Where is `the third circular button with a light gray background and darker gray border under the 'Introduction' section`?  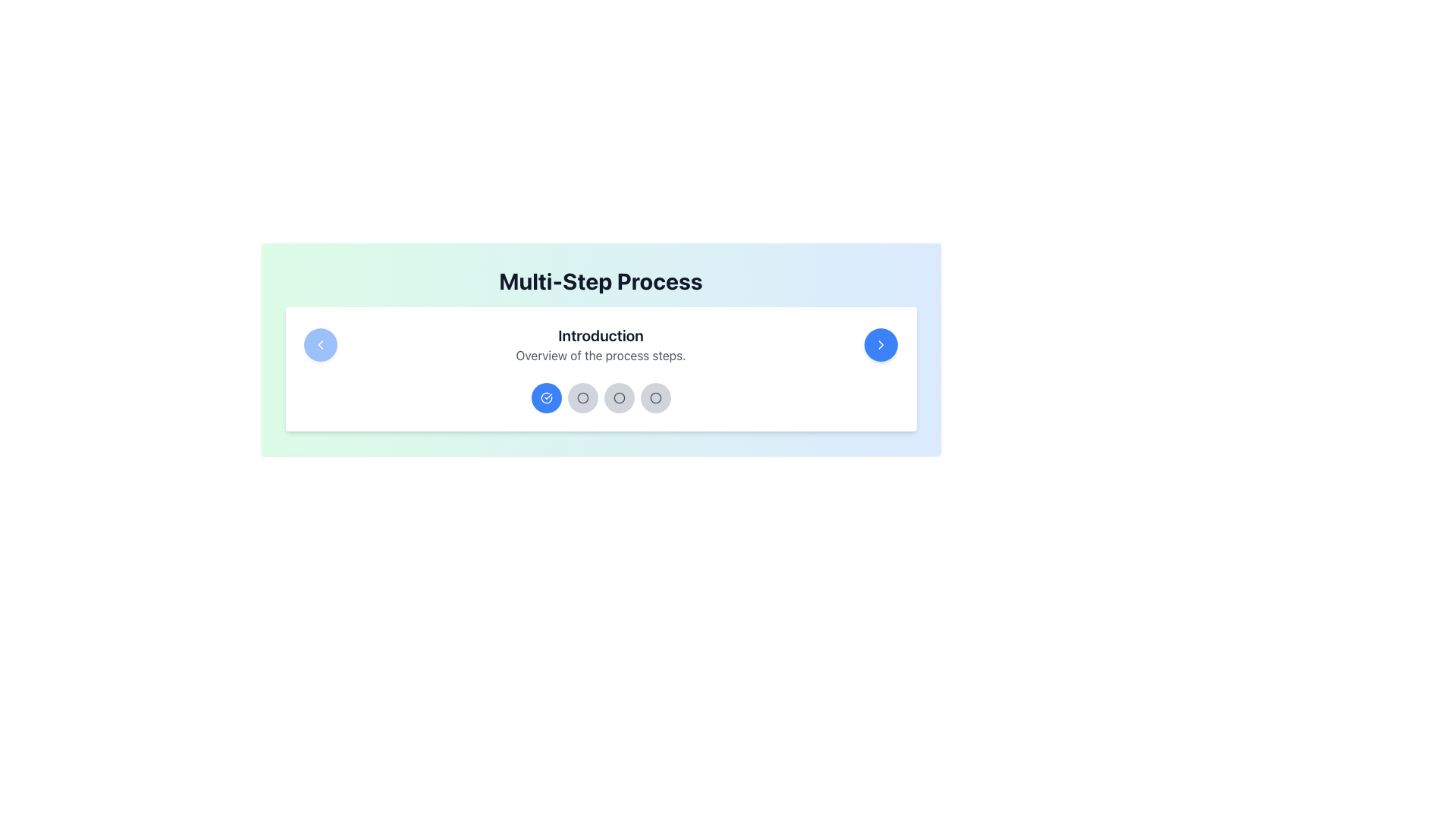
the third circular button with a light gray background and darker gray border under the 'Introduction' section is located at coordinates (619, 397).